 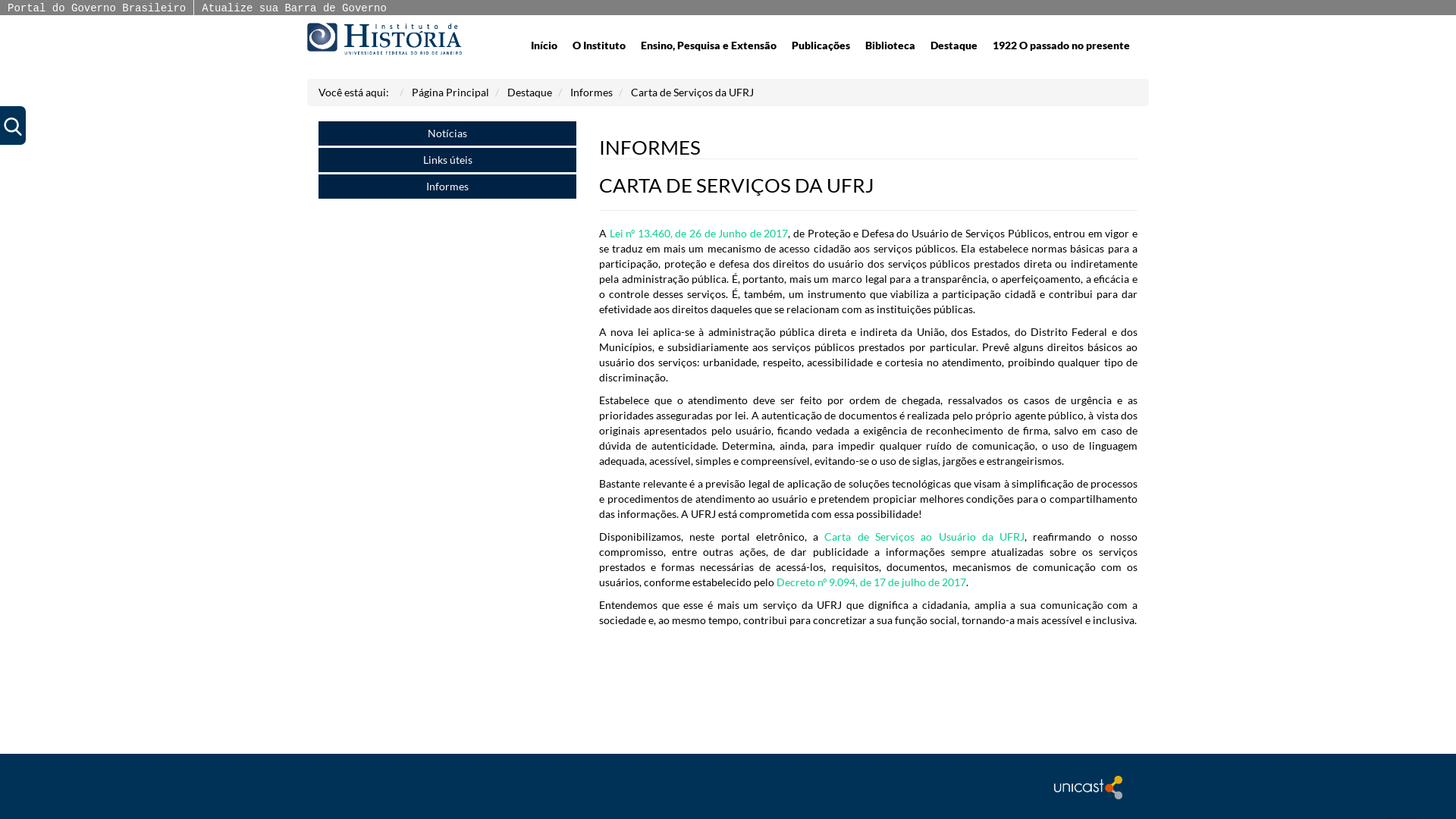 I want to click on '1922 O passado no presente', so click(x=1060, y=44).